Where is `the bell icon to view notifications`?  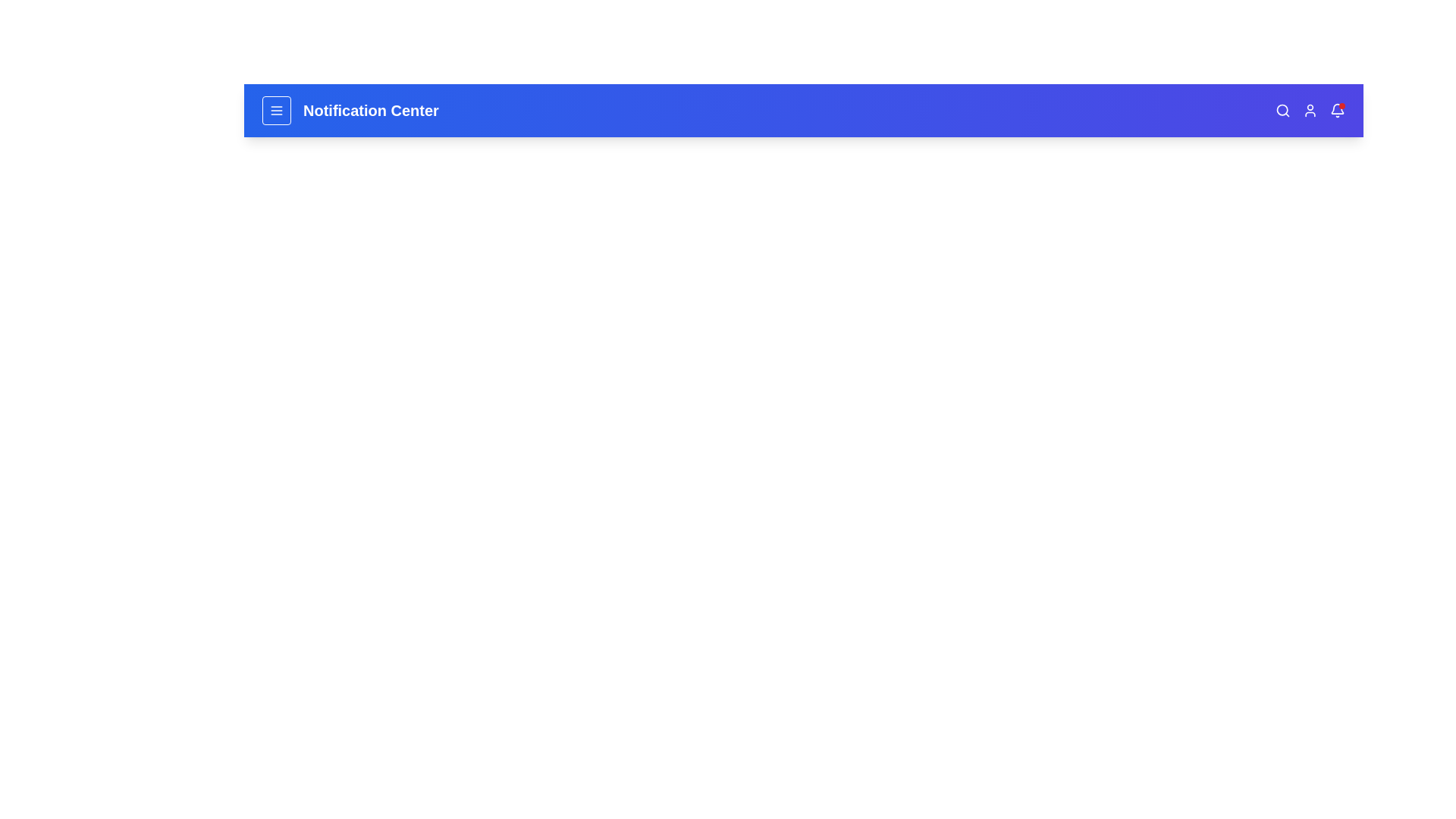 the bell icon to view notifications is located at coordinates (1337, 110).